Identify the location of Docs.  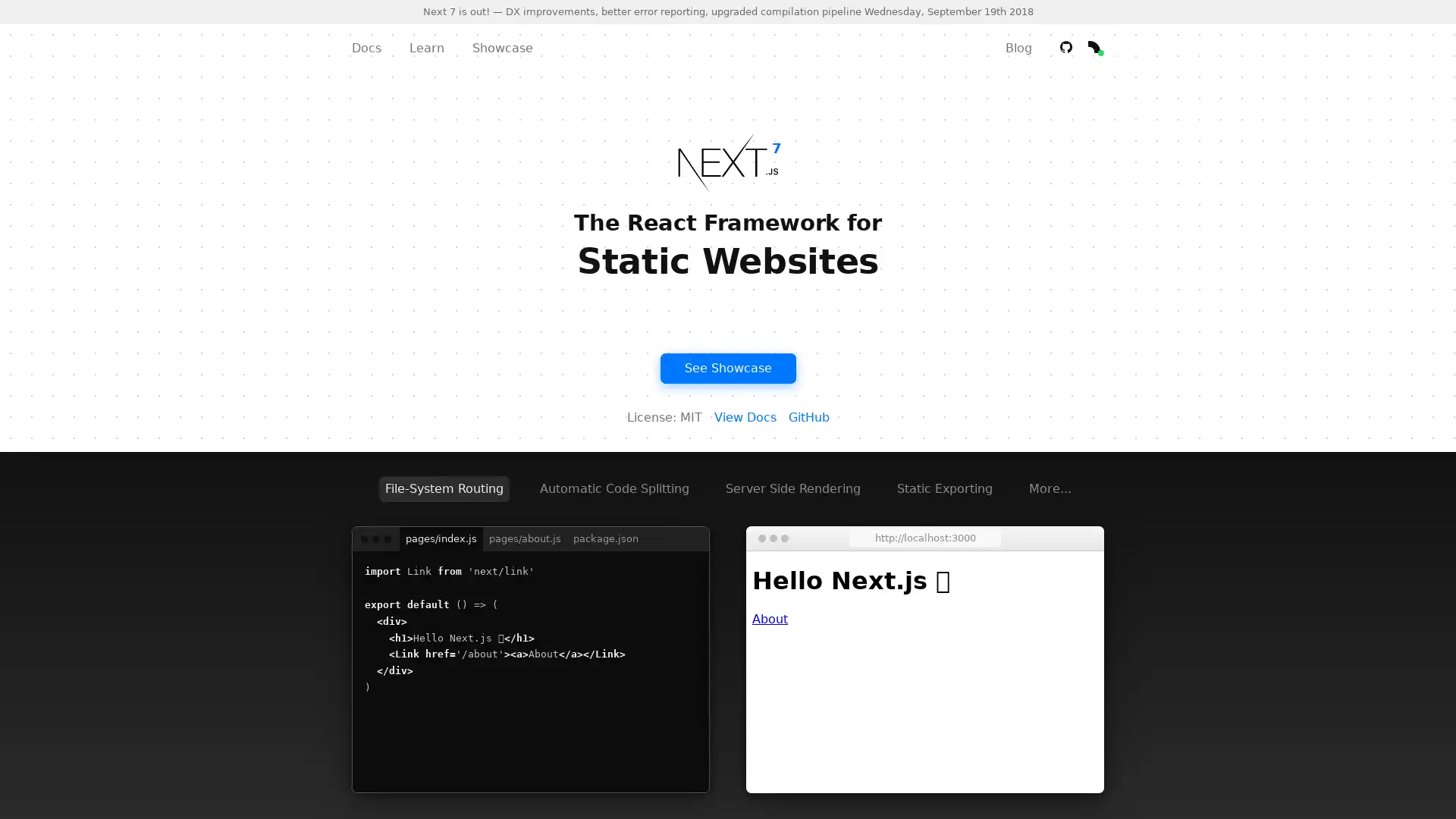
(366, 47).